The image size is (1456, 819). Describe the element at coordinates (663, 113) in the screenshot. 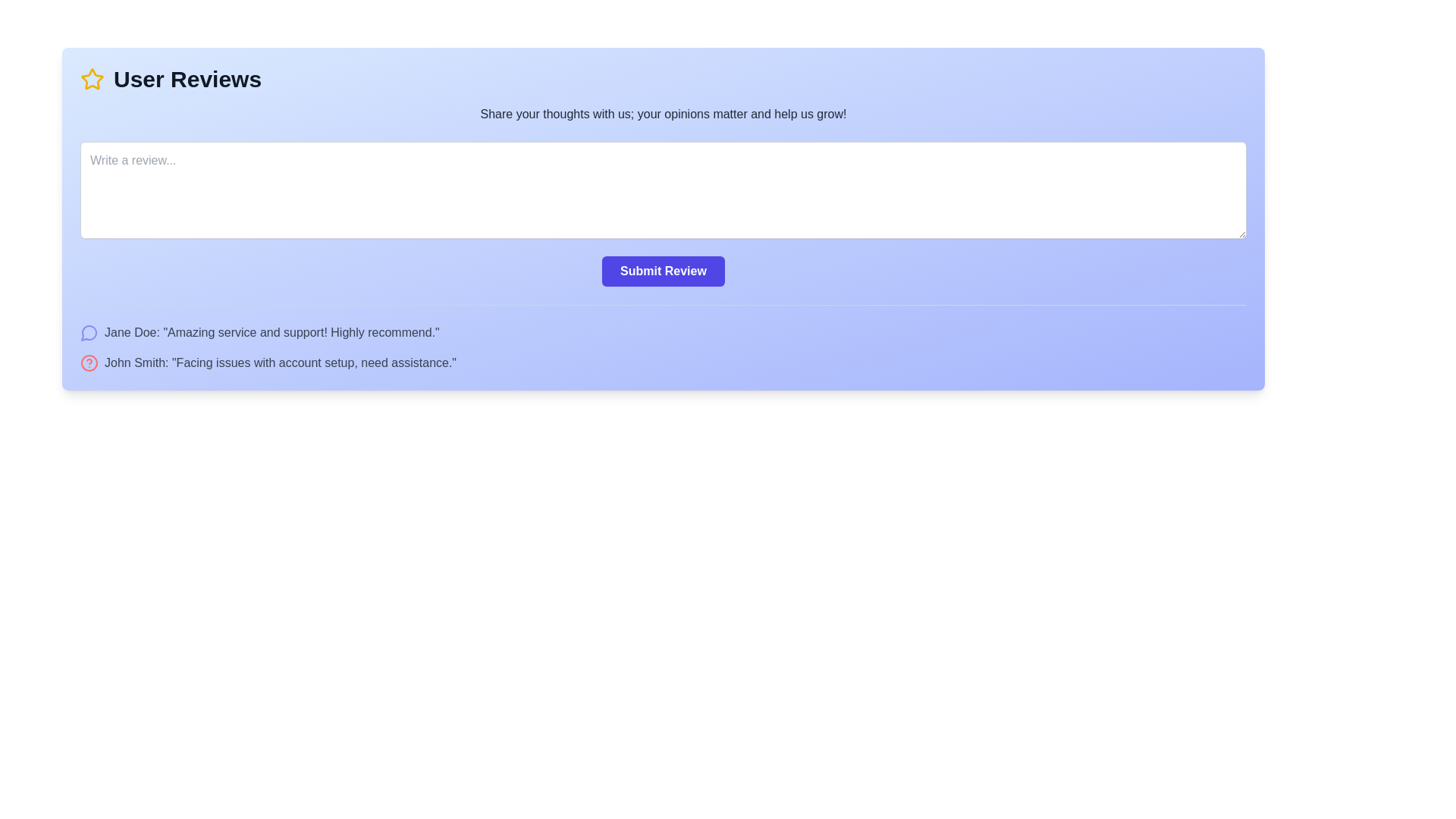

I see `motivational prompt text block located between the header and the input area for writing reviews` at that location.